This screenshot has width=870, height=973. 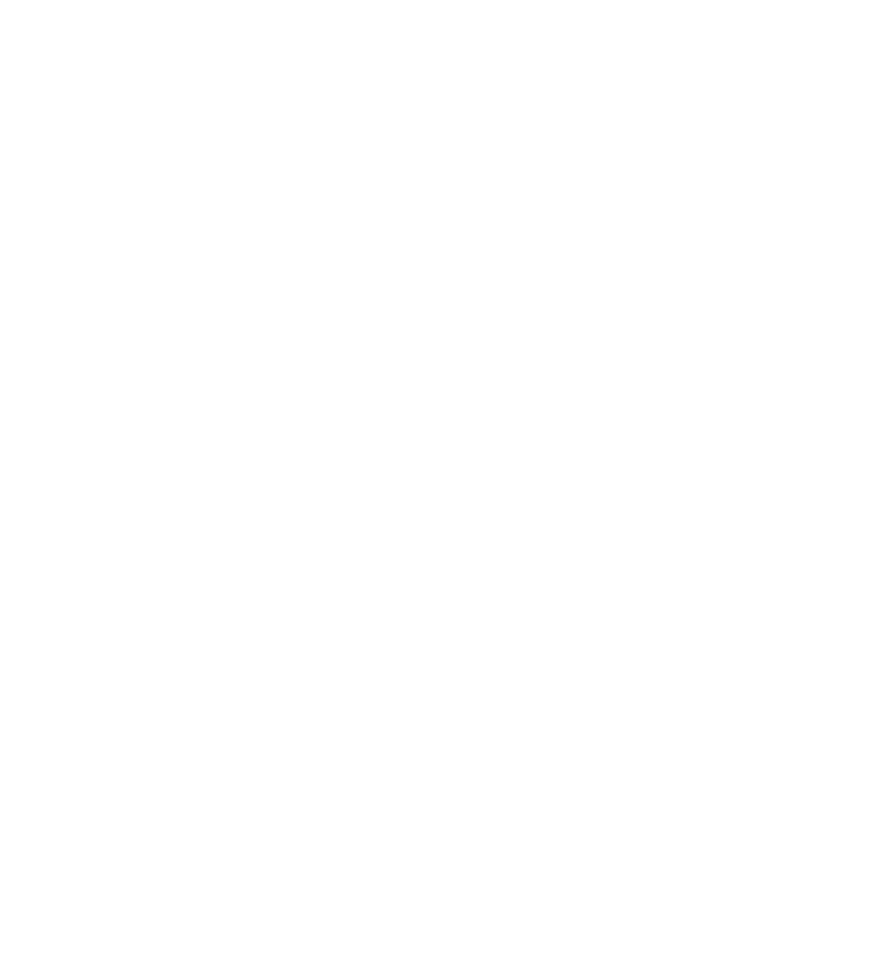 What do you see at coordinates (301, 634) in the screenshot?
I see `'EAW SM12 Stage Monitor Unveiled'` at bounding box center [301, 634].